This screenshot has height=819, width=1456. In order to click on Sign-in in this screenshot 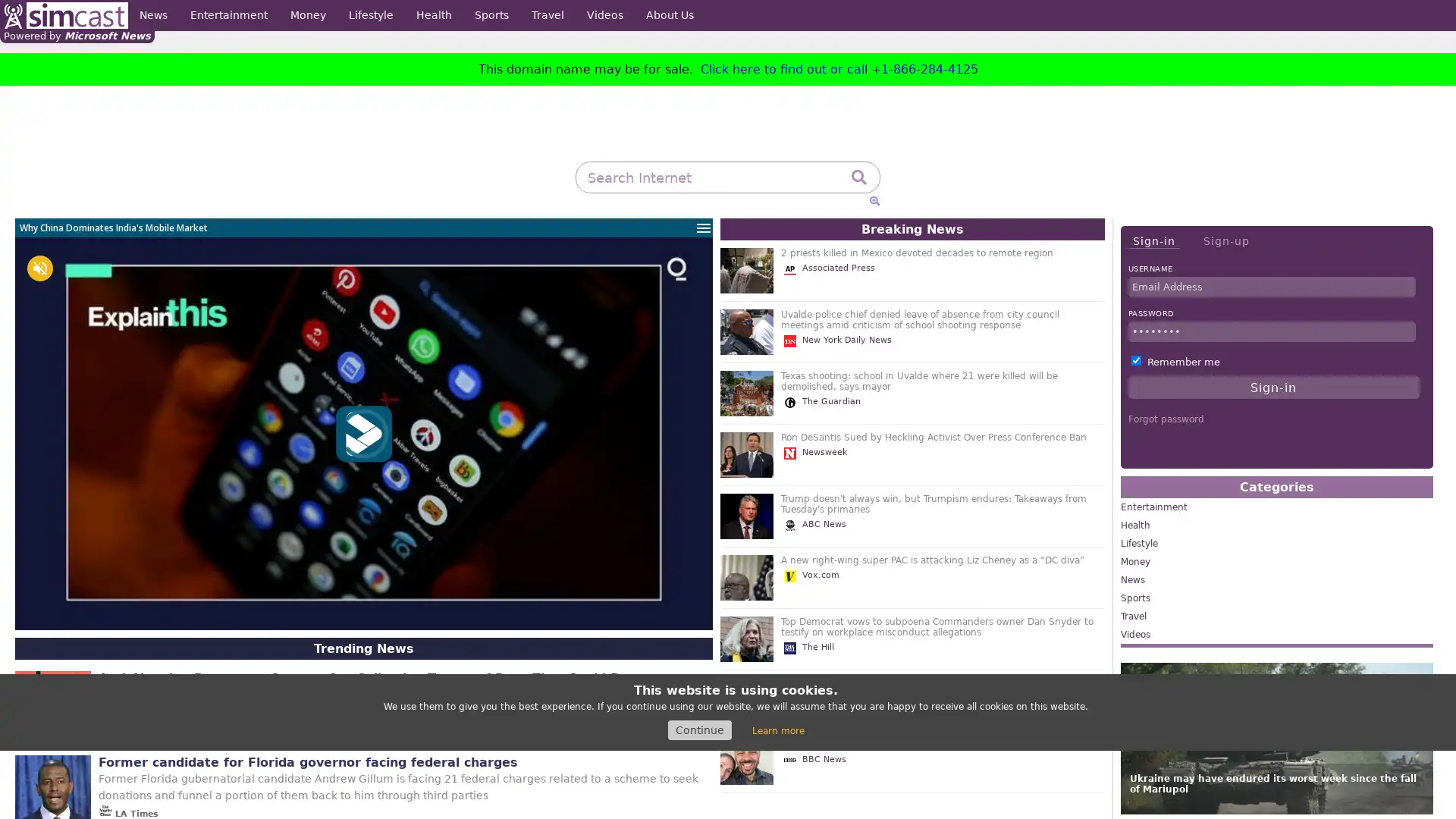, I will do `click(1153, 240)`.